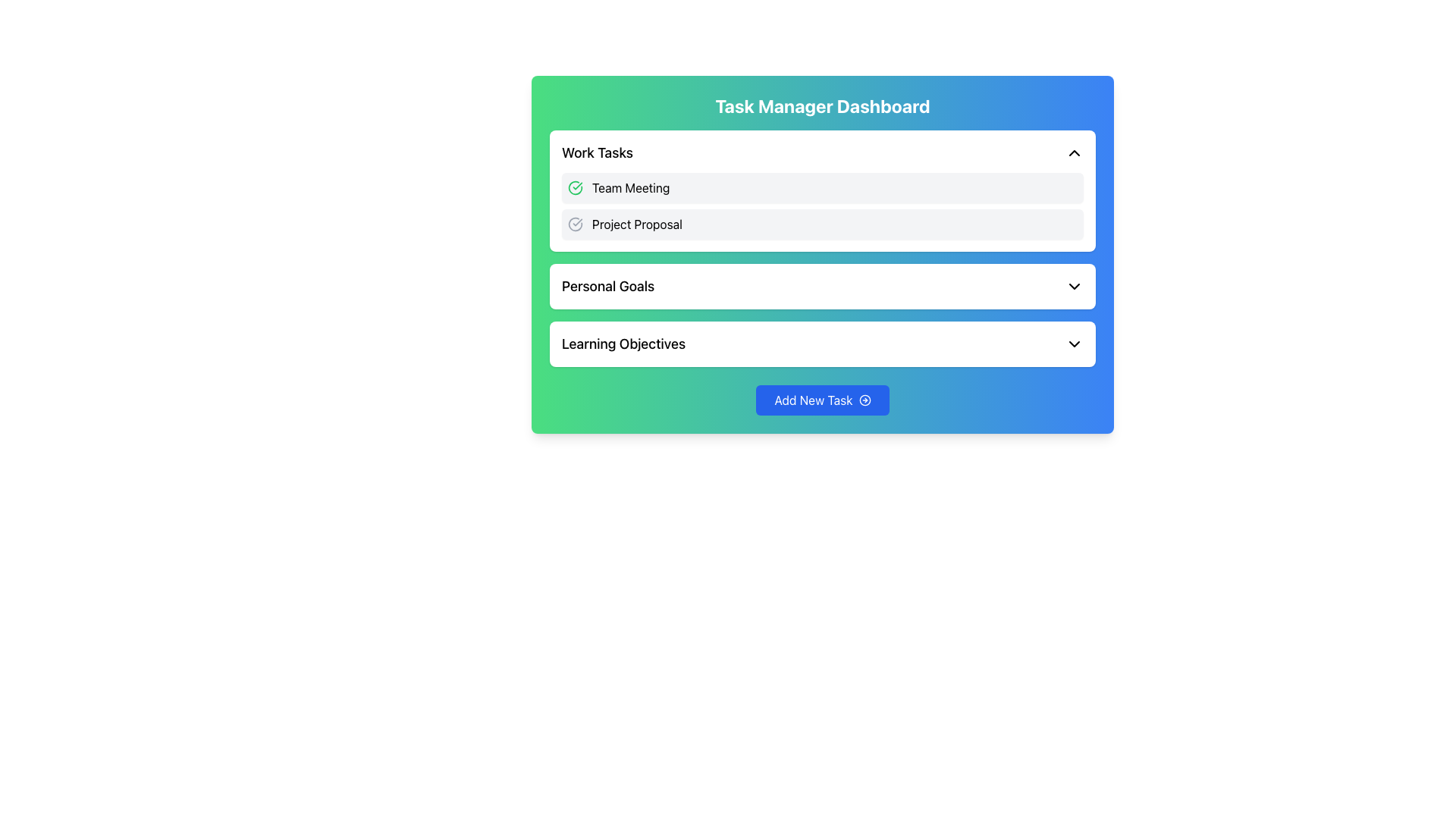 The width and height of the screenshot is (1456, 819). Describe the element at coordinates (864, 400) in the screenshot. I see `the circular SVG icon located inside the rightward arrow icon, which is positioned to the right of the 'Add New Task' button at the bottom of the task manager dashboard` at that location.